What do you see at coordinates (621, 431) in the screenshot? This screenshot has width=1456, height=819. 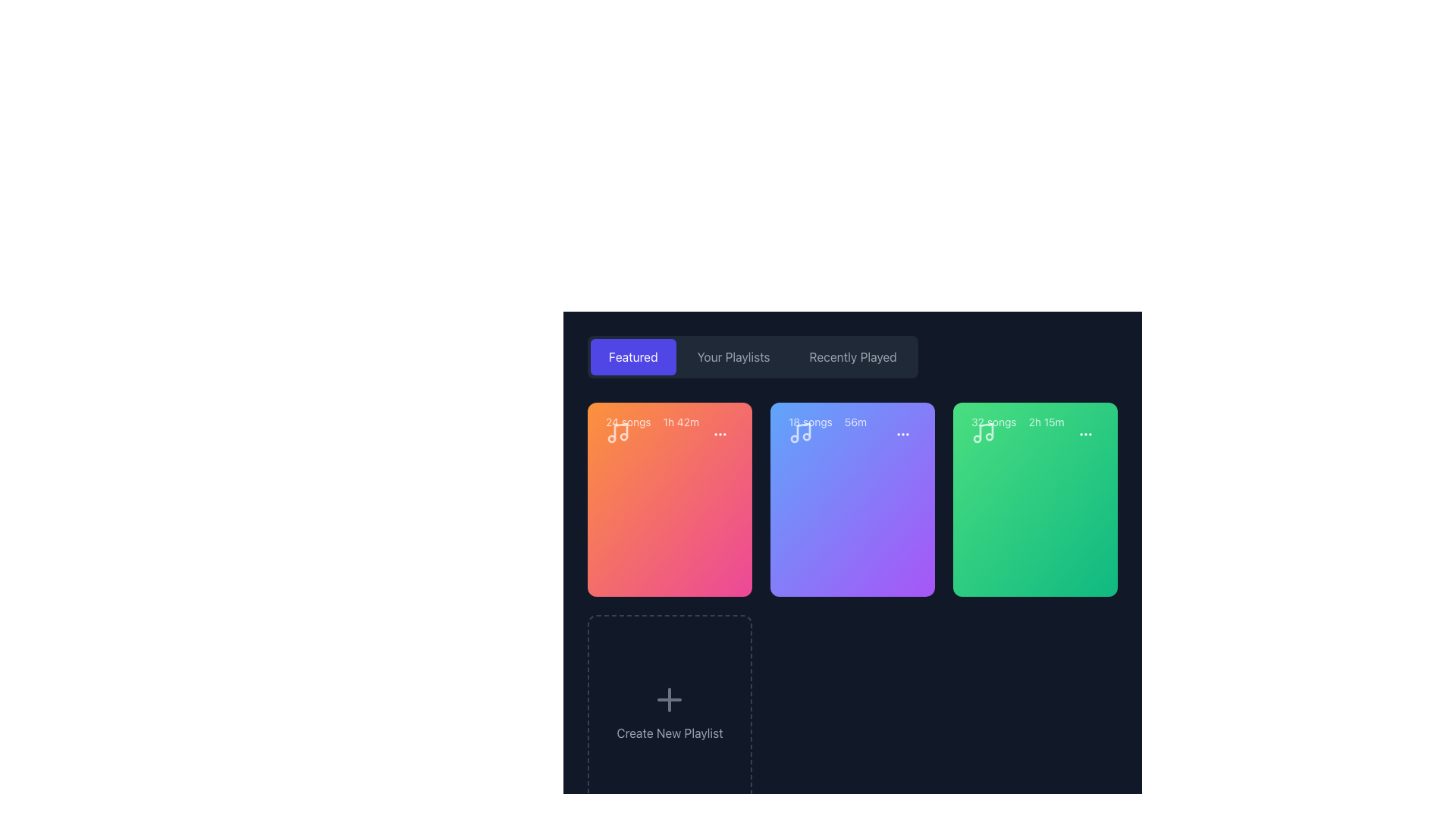 I see `the central vertical line of the music icon, which resembles the stem of a musical note, located at the top-left corner of the orange card in the grid of playlist cards` at bounding box center [621, 431].